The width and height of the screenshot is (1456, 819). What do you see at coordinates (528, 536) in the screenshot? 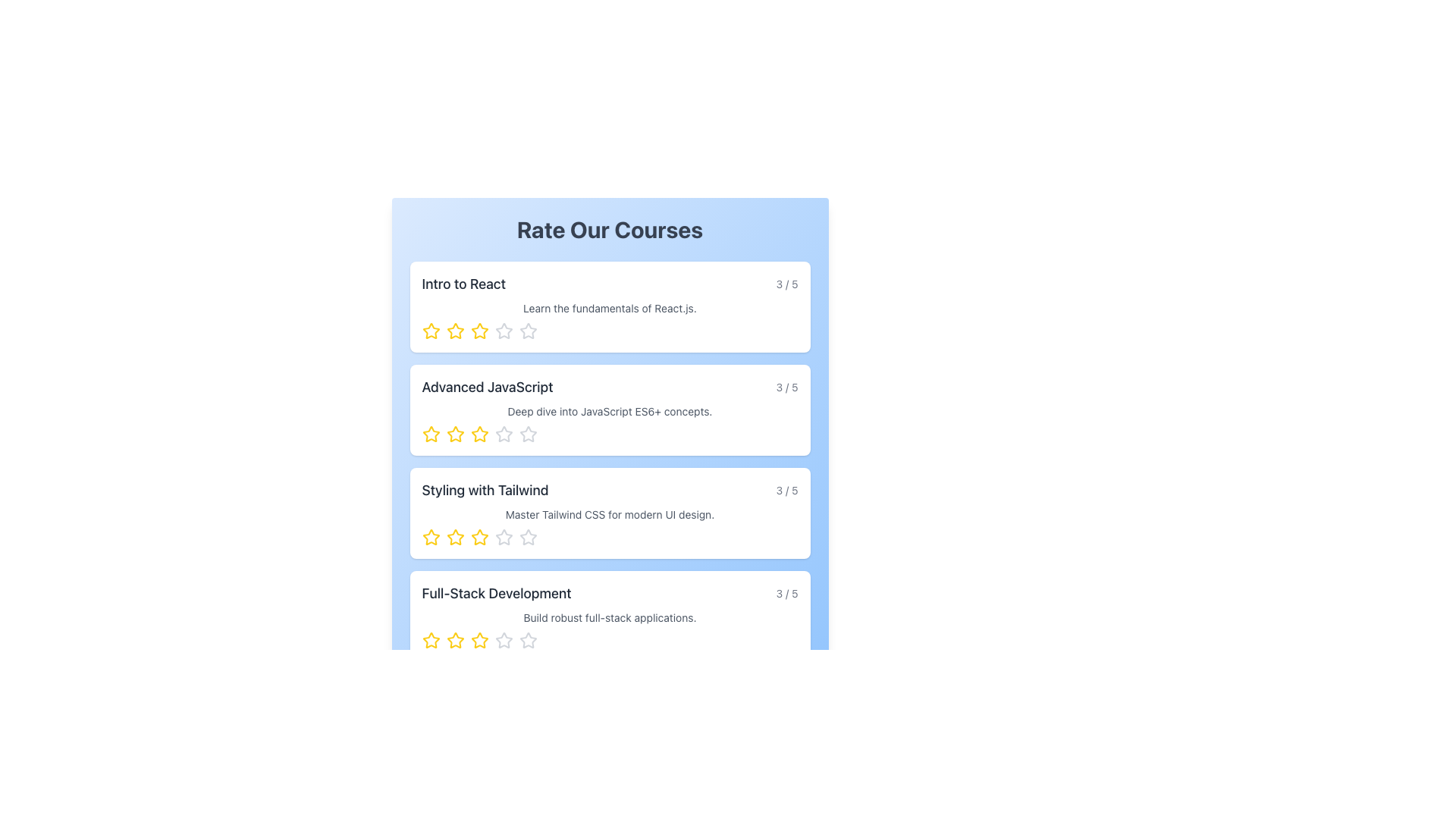
I see `the third star icon in the rating system of the 'Styling with Tailwind' course card to rate it` at bounding box center [528, 536].